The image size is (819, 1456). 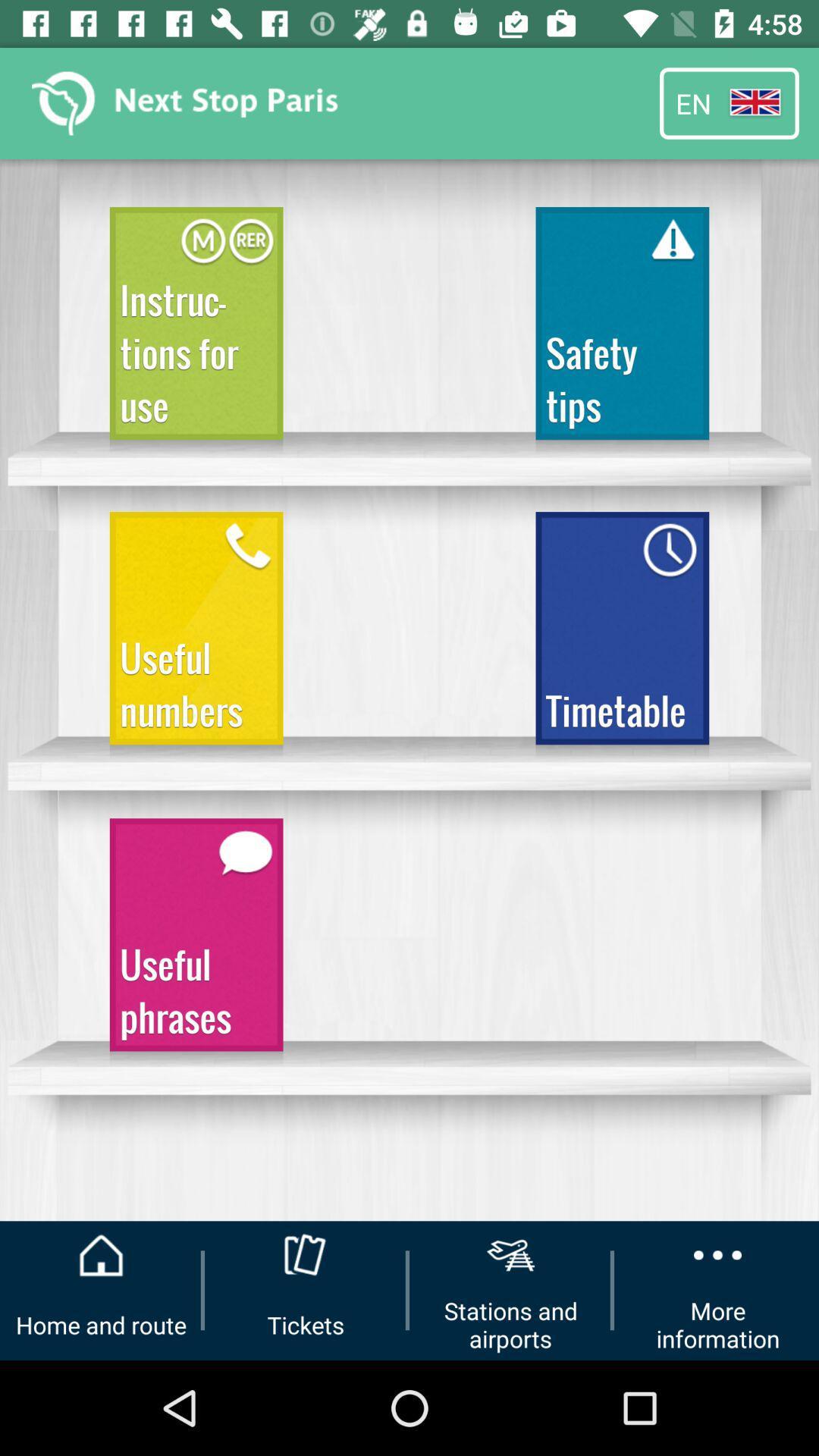 I want to click on the icon above stations and airports which is at bottom of the page, so click(x=510, y=1255).